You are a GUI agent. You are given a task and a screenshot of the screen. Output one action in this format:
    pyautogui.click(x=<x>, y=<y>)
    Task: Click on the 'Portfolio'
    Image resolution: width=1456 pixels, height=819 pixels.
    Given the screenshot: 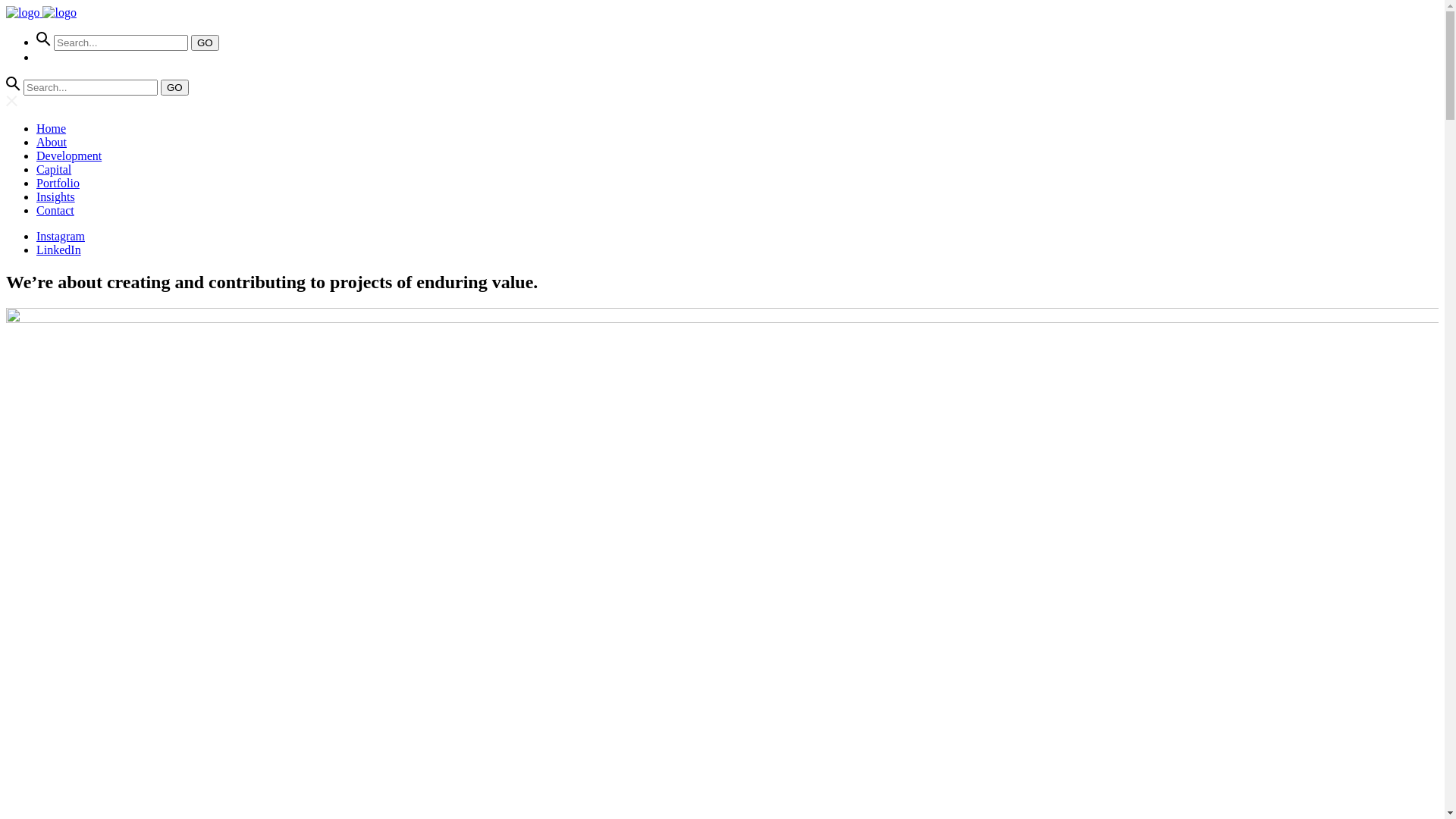 What is the action you would take?
    pyautogui.click(x=36, y=182)
    